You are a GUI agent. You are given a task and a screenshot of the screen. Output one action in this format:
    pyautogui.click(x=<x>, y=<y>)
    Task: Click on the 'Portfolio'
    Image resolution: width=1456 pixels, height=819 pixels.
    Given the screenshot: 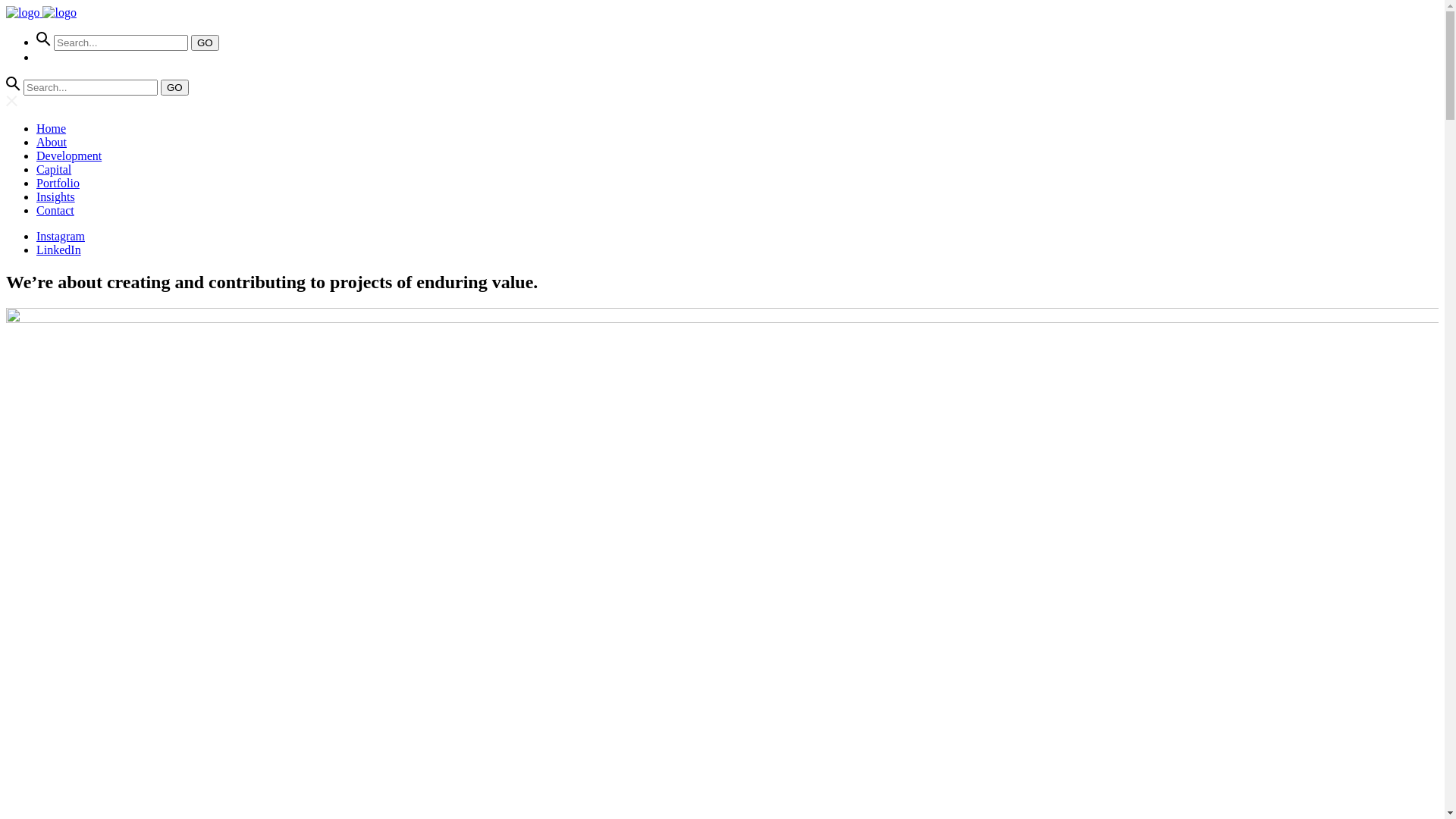 What is the action you would take?
    pyautogui.click(x=36, y=182)
    